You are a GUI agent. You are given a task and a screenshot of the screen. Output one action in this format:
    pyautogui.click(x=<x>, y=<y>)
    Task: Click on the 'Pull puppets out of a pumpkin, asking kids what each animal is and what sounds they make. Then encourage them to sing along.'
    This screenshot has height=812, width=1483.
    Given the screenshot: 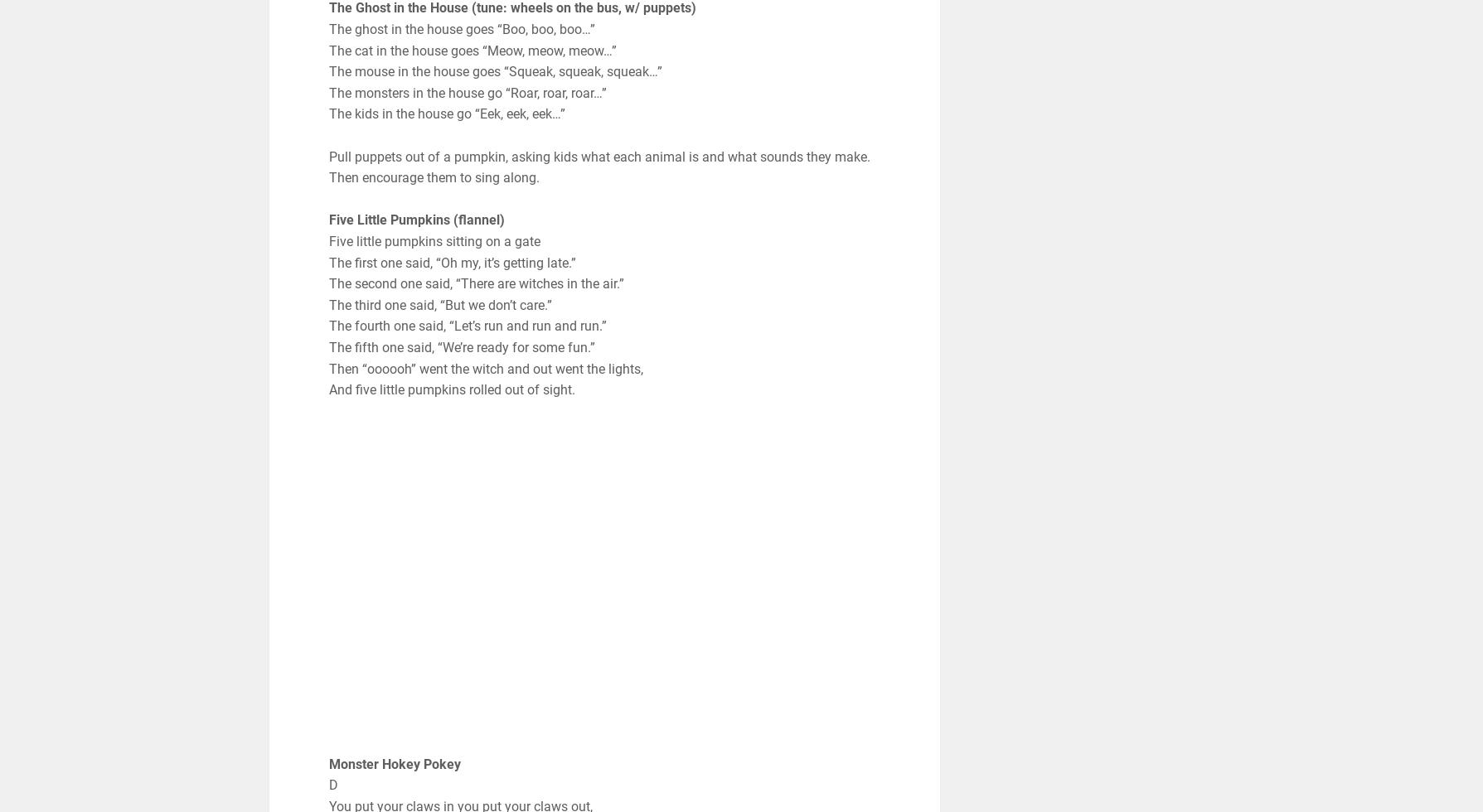 What is the action you would take?
    pyautogui.click(x=599, y=167)
    